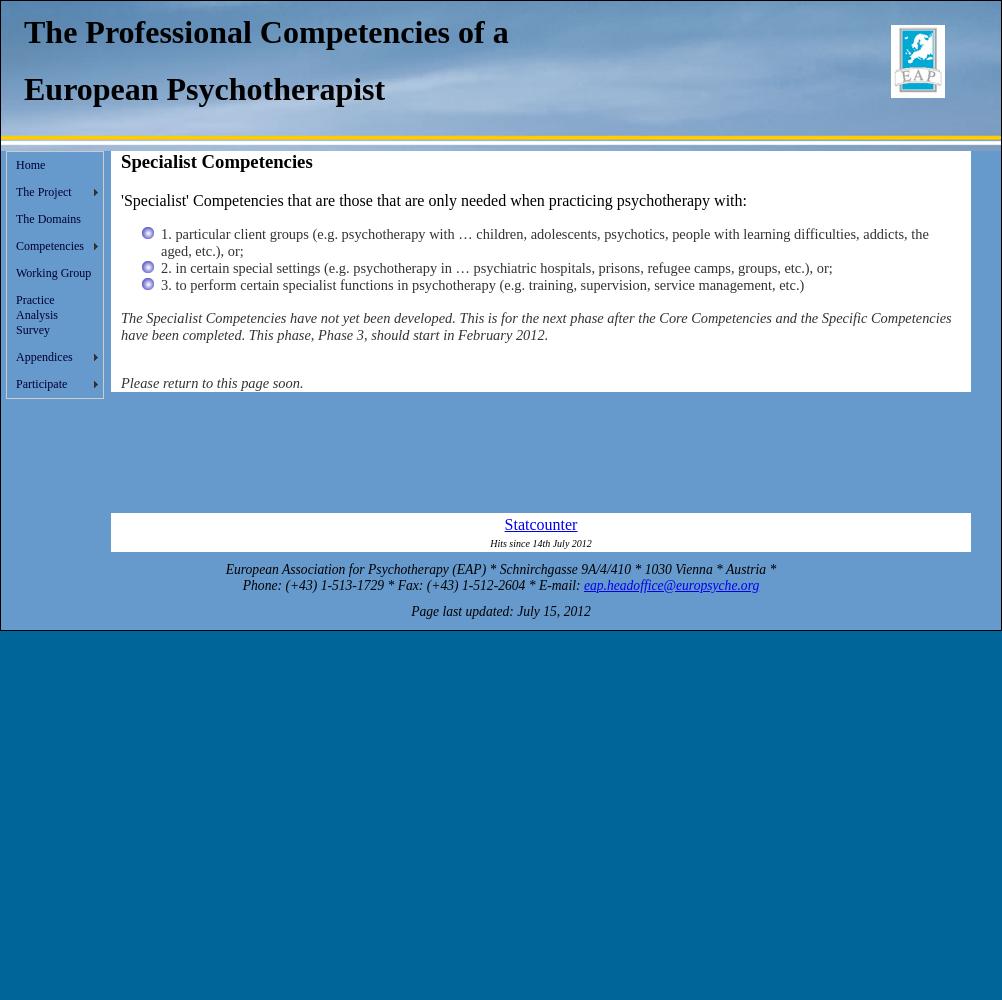  I want to click on 'Competencies', so click(49, 245).